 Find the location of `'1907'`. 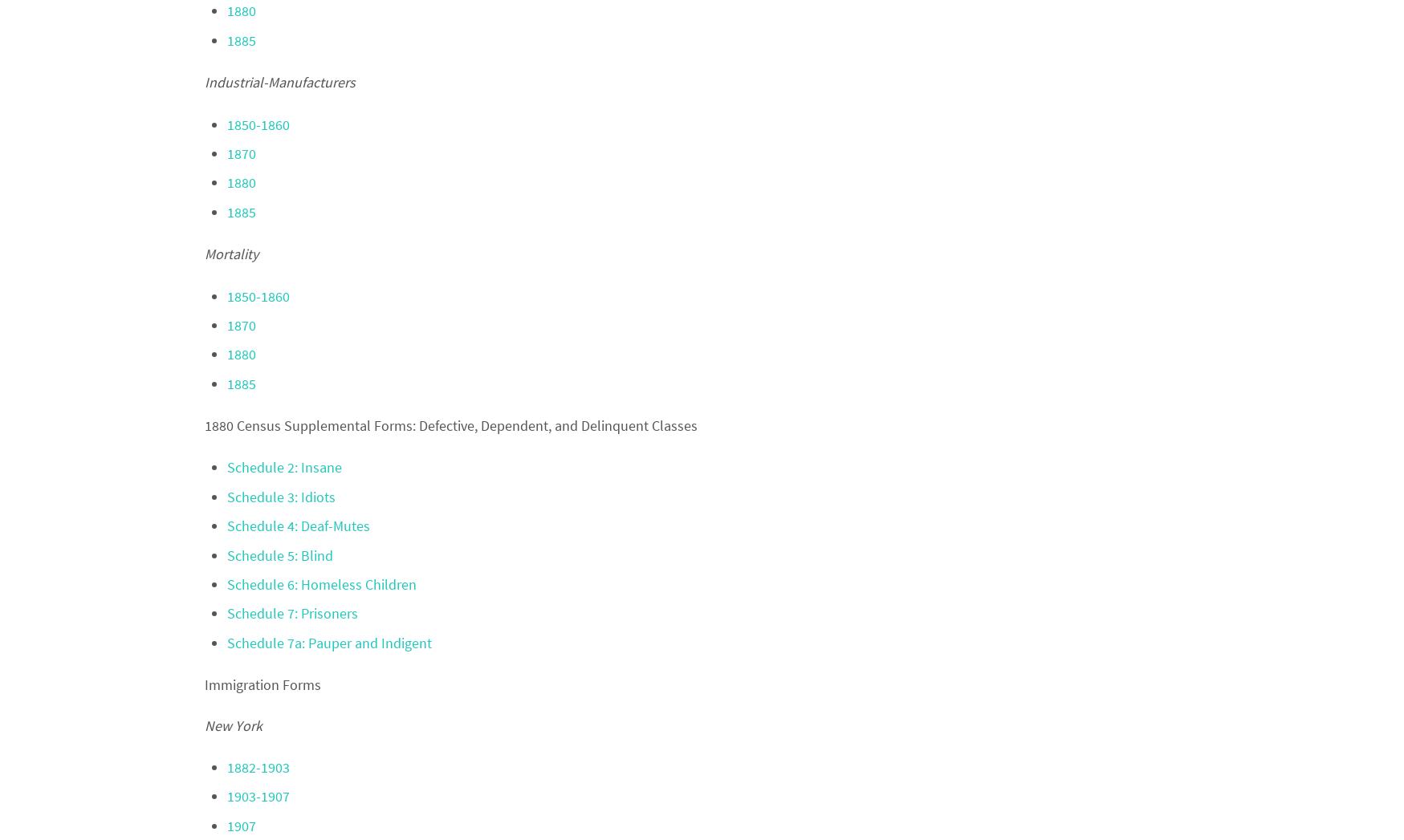

'1907' is located at coordinates (241, 825).